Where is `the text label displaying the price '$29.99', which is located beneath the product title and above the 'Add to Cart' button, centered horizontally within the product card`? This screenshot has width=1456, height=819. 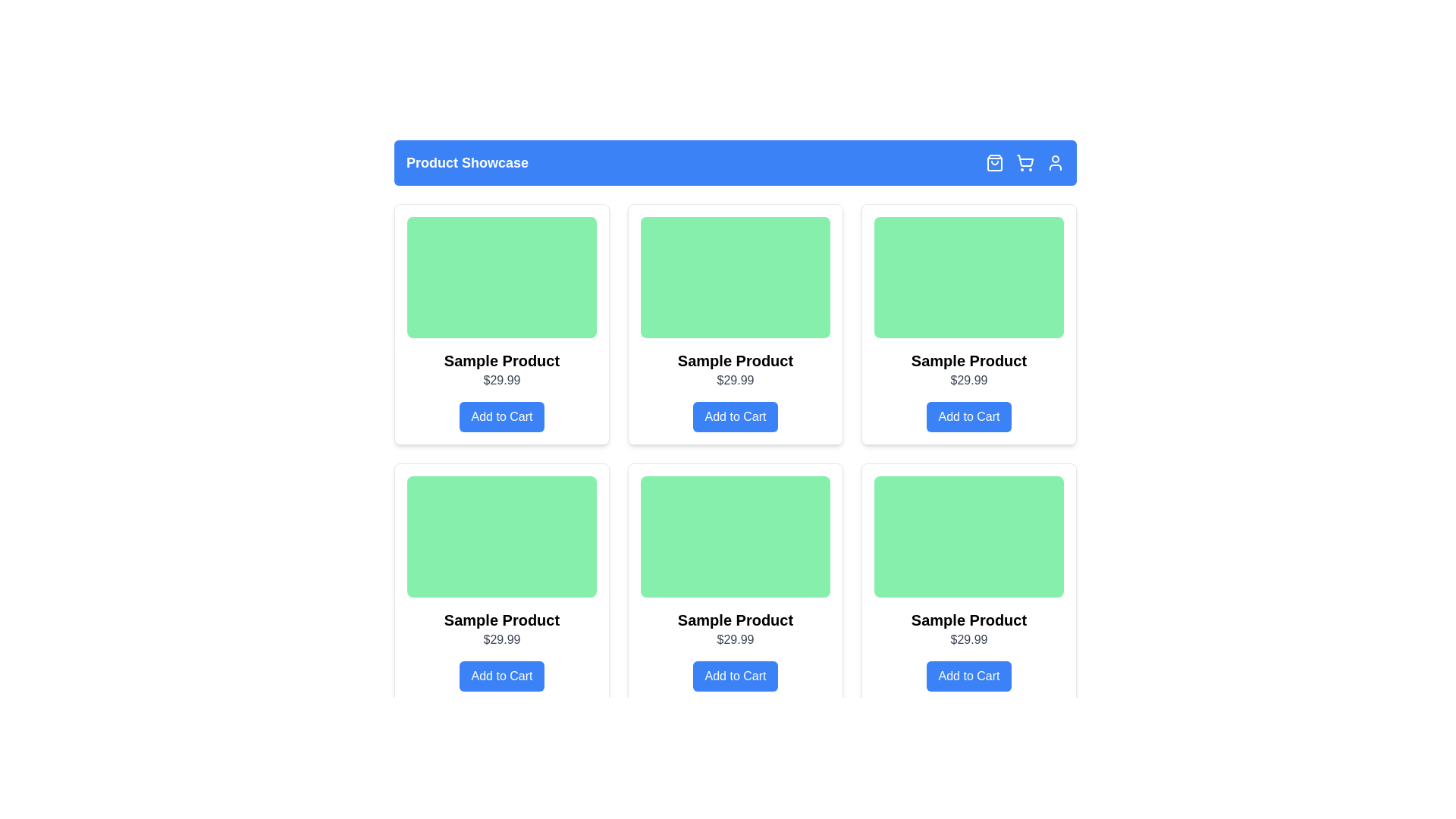
the text label displaying the price '$29.99', which is located beneath the product title and above the 'Add to Cart' button, centered horizontally within the product card is located at coordinates (502, 640).